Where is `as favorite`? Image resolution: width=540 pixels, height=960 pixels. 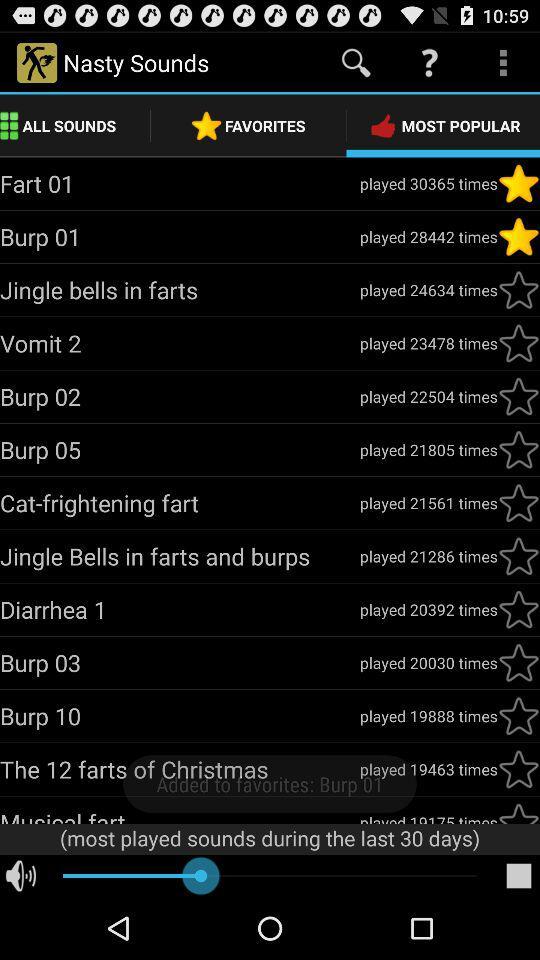
as favorite is located at coordinates (518, 289).